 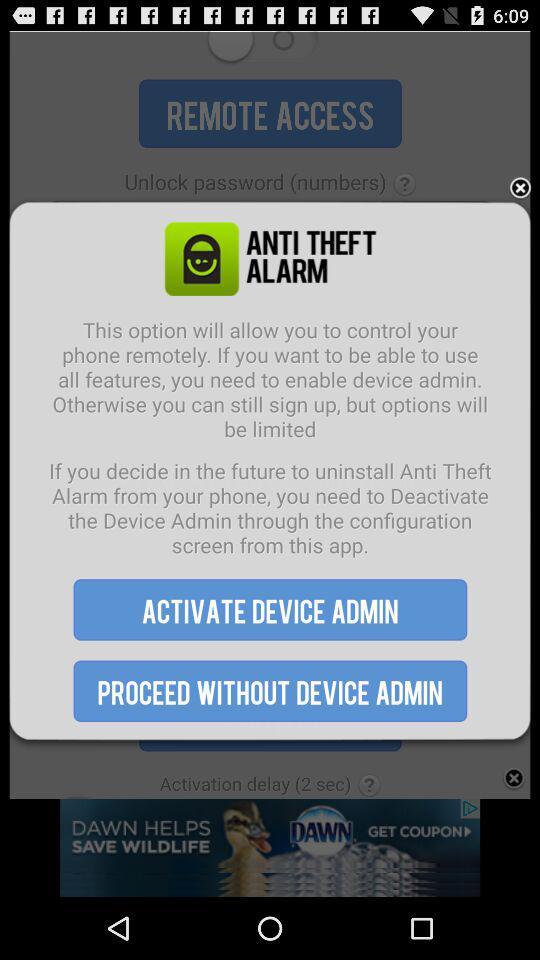 I want to click on icon at the bottom, so click(x=270, y=691).